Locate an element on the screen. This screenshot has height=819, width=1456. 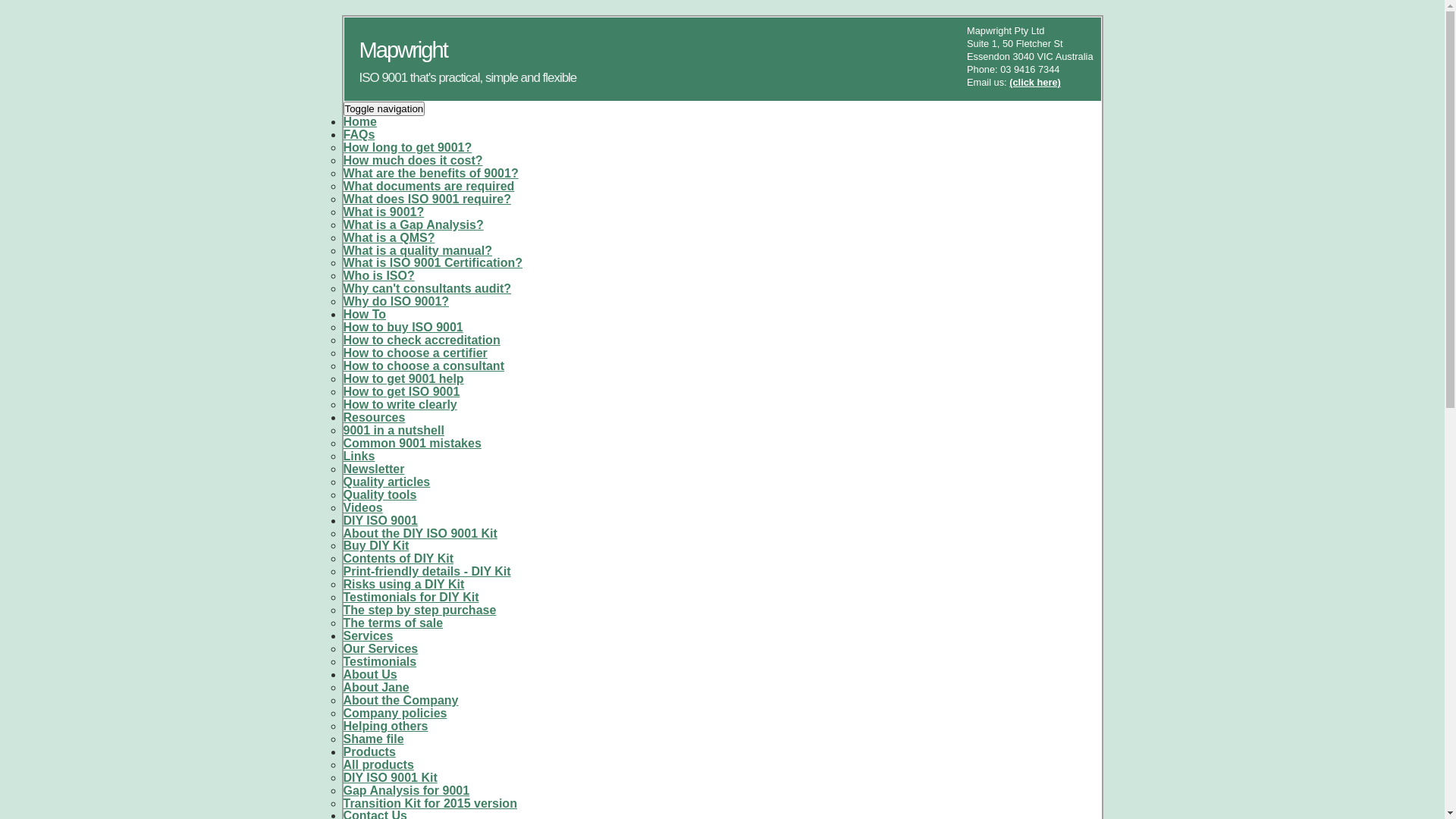
'Gap Analysis for 9001' is located at coordinates (406, 789).